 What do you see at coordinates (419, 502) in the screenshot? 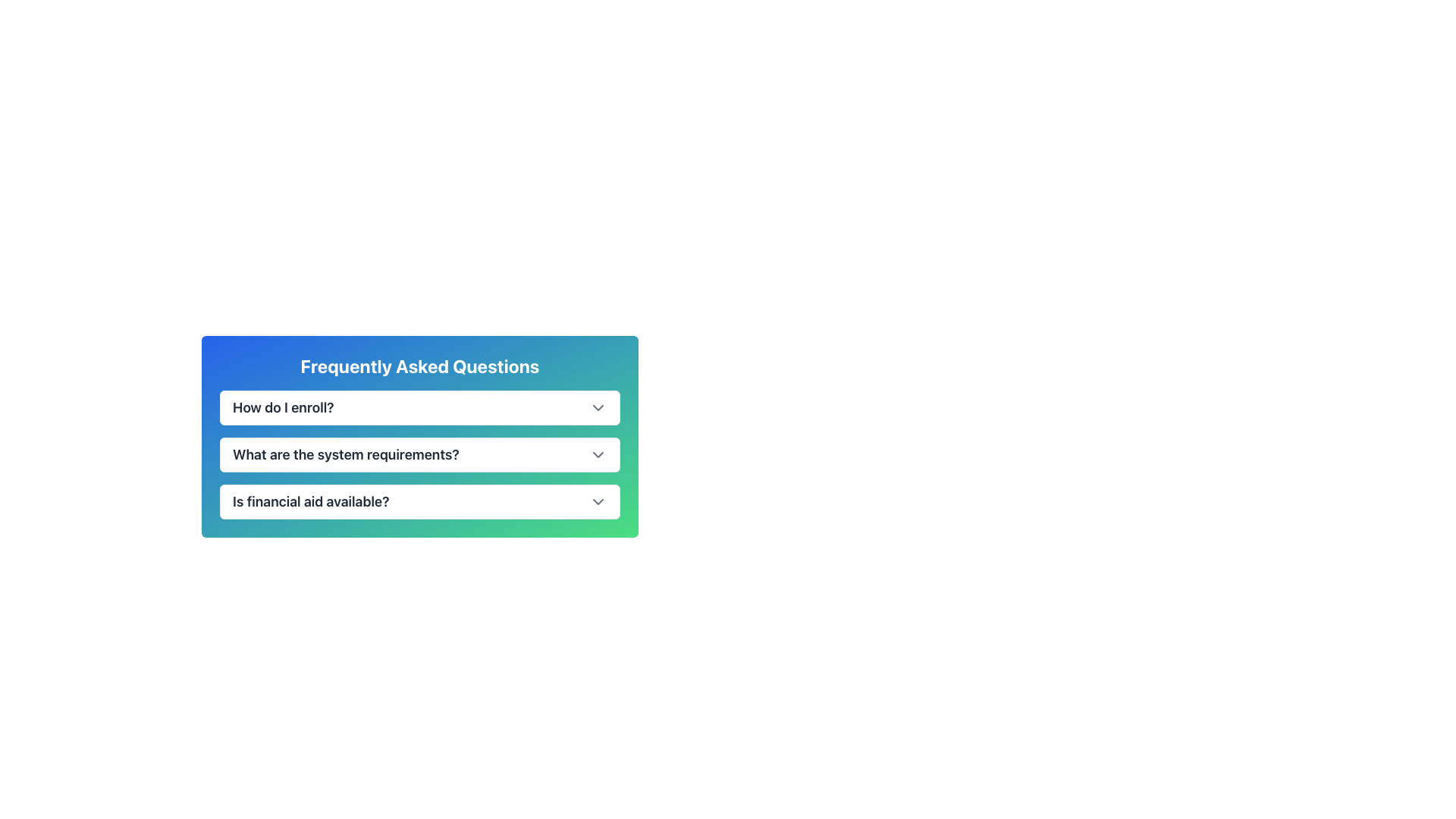
I see `the third collapsible list item under the 'Frequently Asked Questions' section` at bounding box center [419, 502].